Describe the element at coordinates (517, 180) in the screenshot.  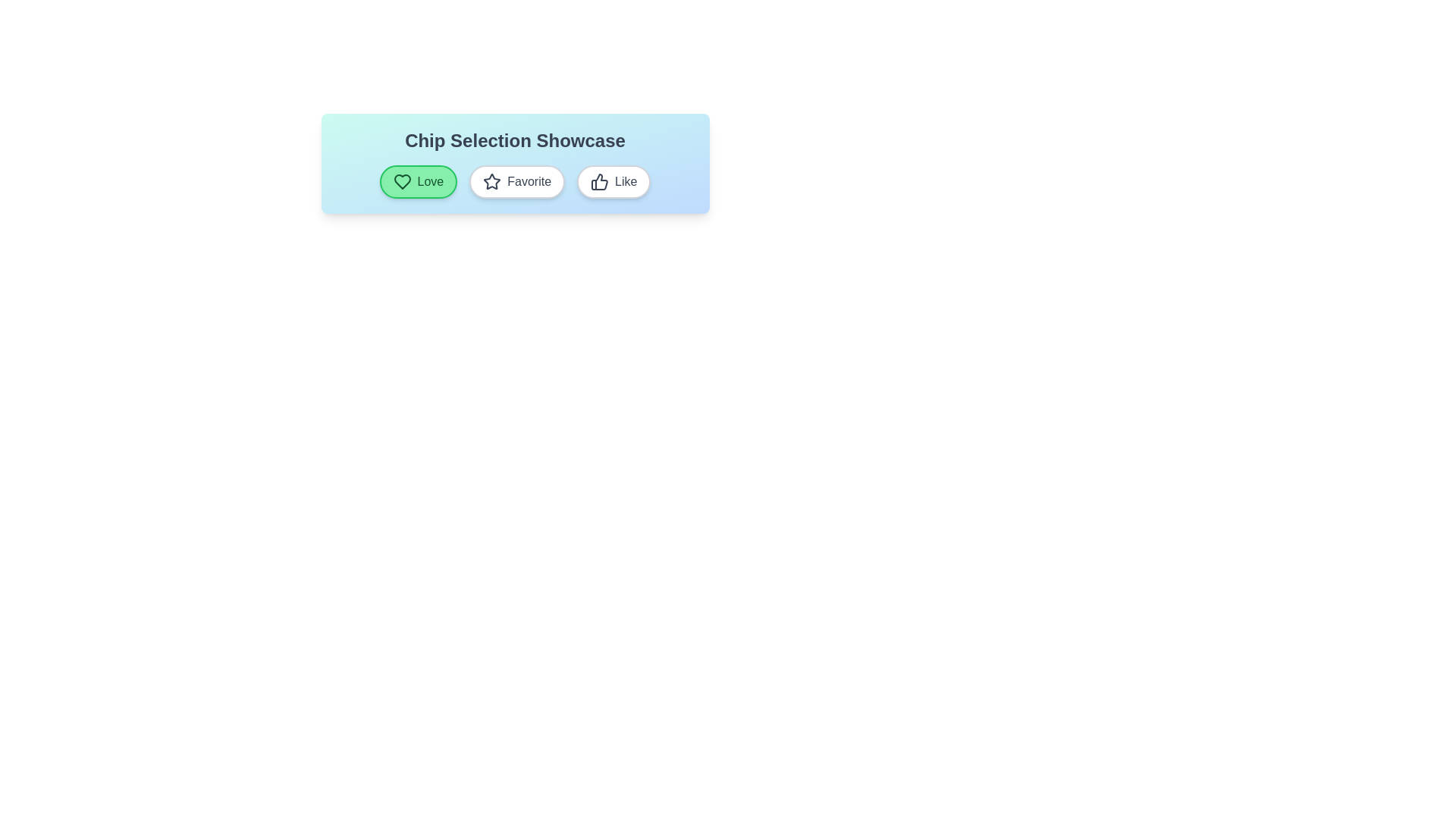
I see `the chip labeled Favorite to observe its visual feedback` at that location.